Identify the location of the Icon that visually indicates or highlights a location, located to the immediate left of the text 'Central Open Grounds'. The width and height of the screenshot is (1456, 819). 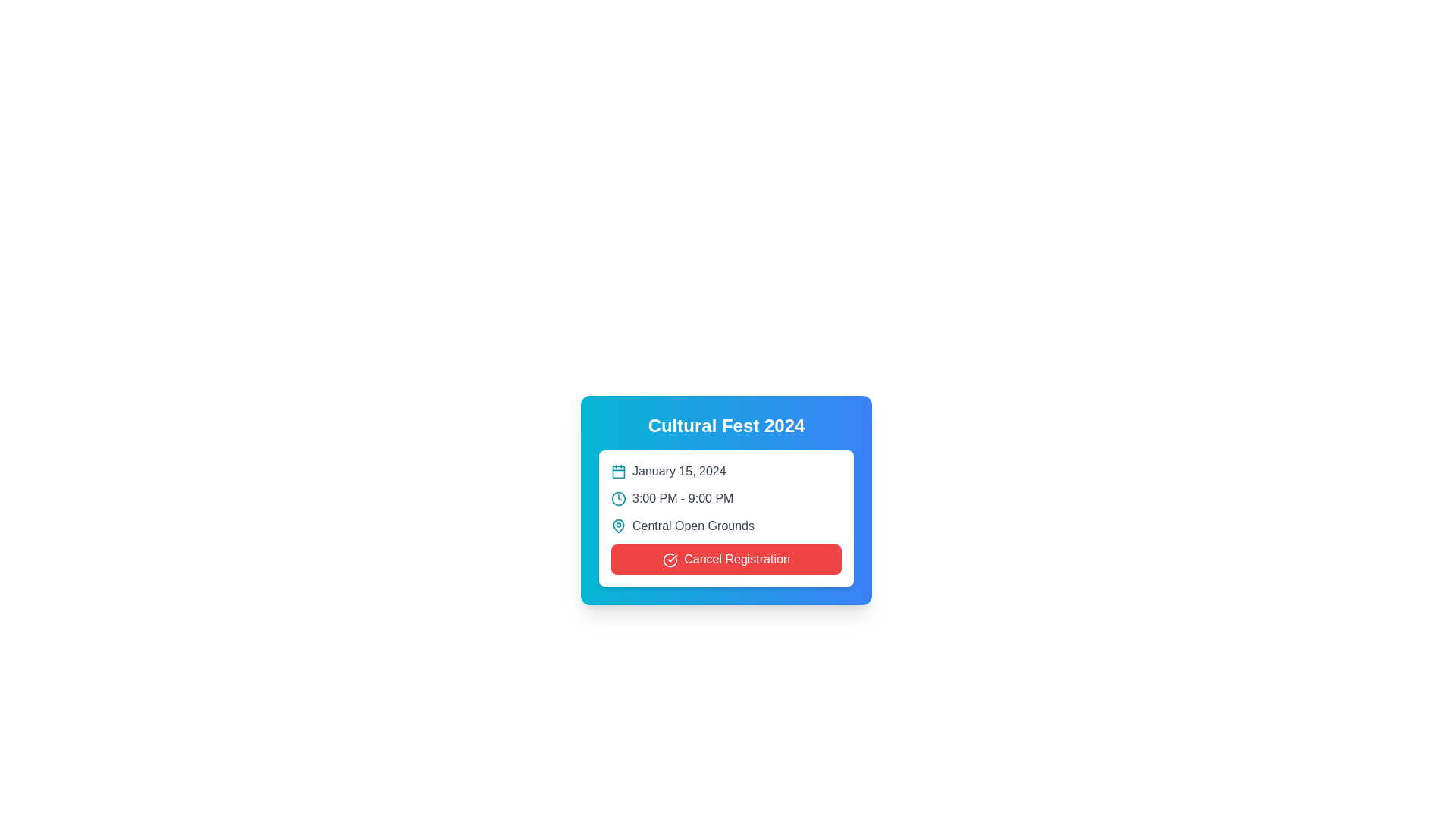
(619, 526).